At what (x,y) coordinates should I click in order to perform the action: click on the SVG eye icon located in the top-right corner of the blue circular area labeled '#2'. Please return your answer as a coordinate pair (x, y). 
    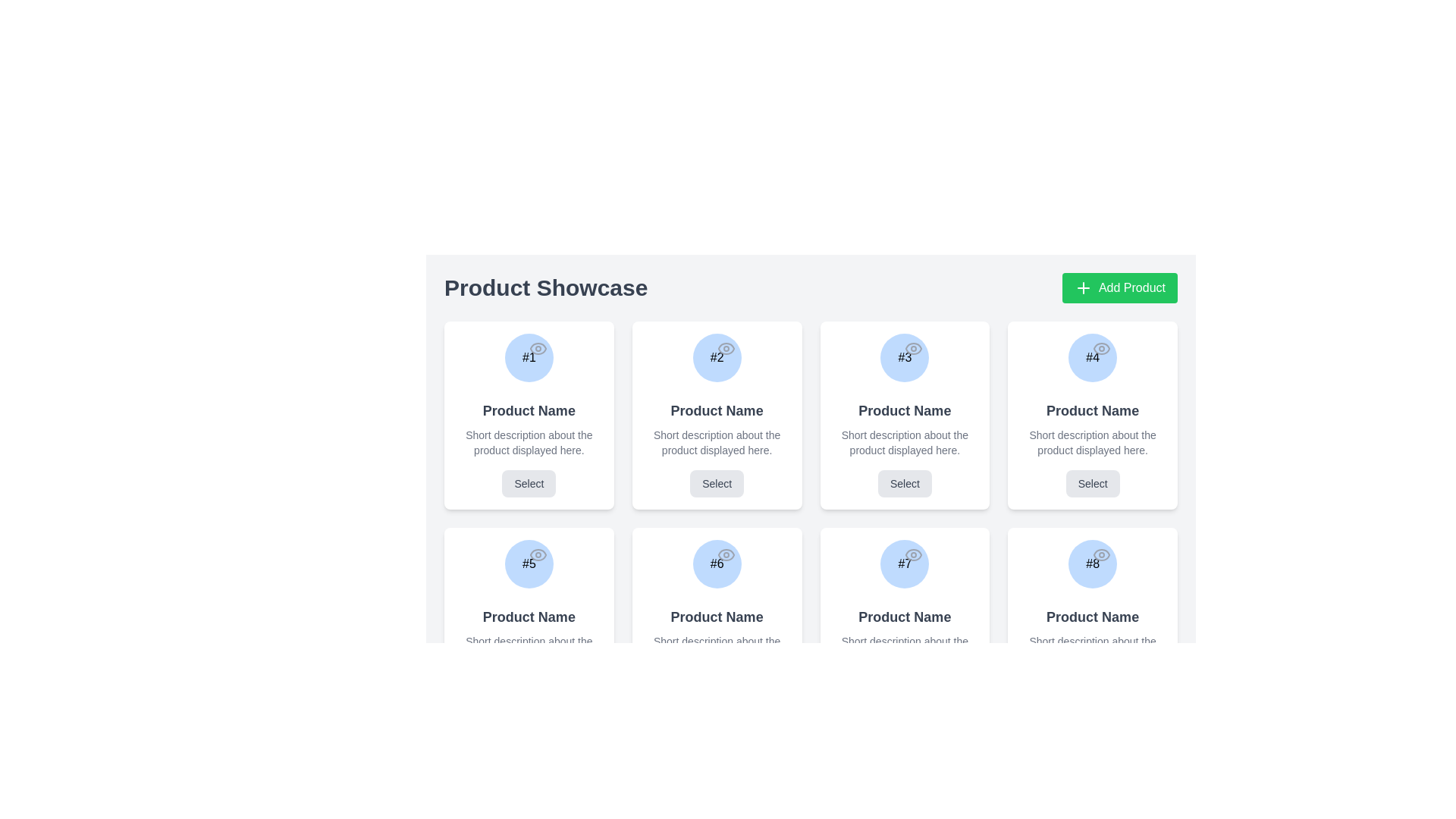
    Looking at the image, I should click on (725, 348).